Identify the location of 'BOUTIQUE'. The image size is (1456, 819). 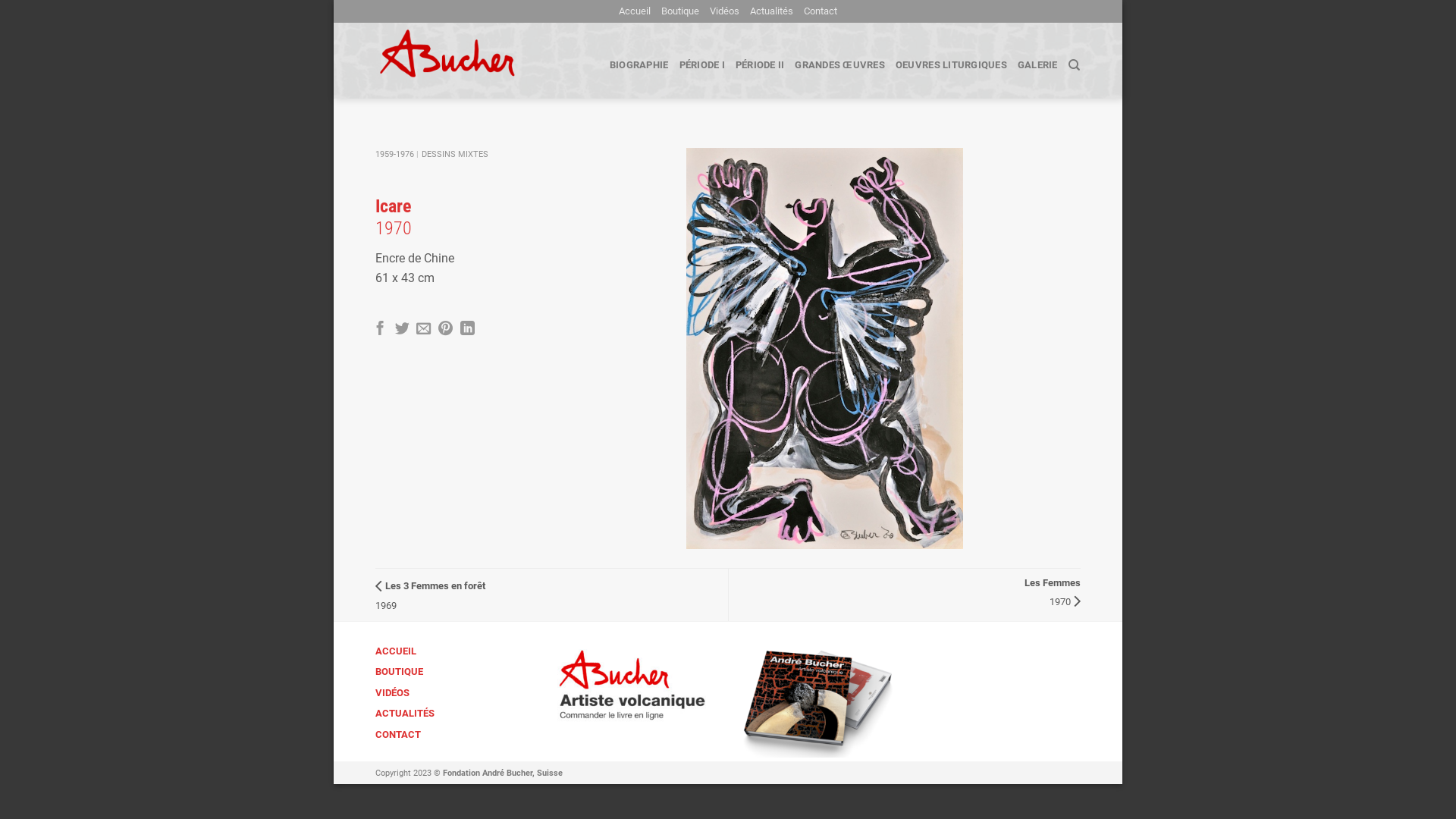
(399, 671).